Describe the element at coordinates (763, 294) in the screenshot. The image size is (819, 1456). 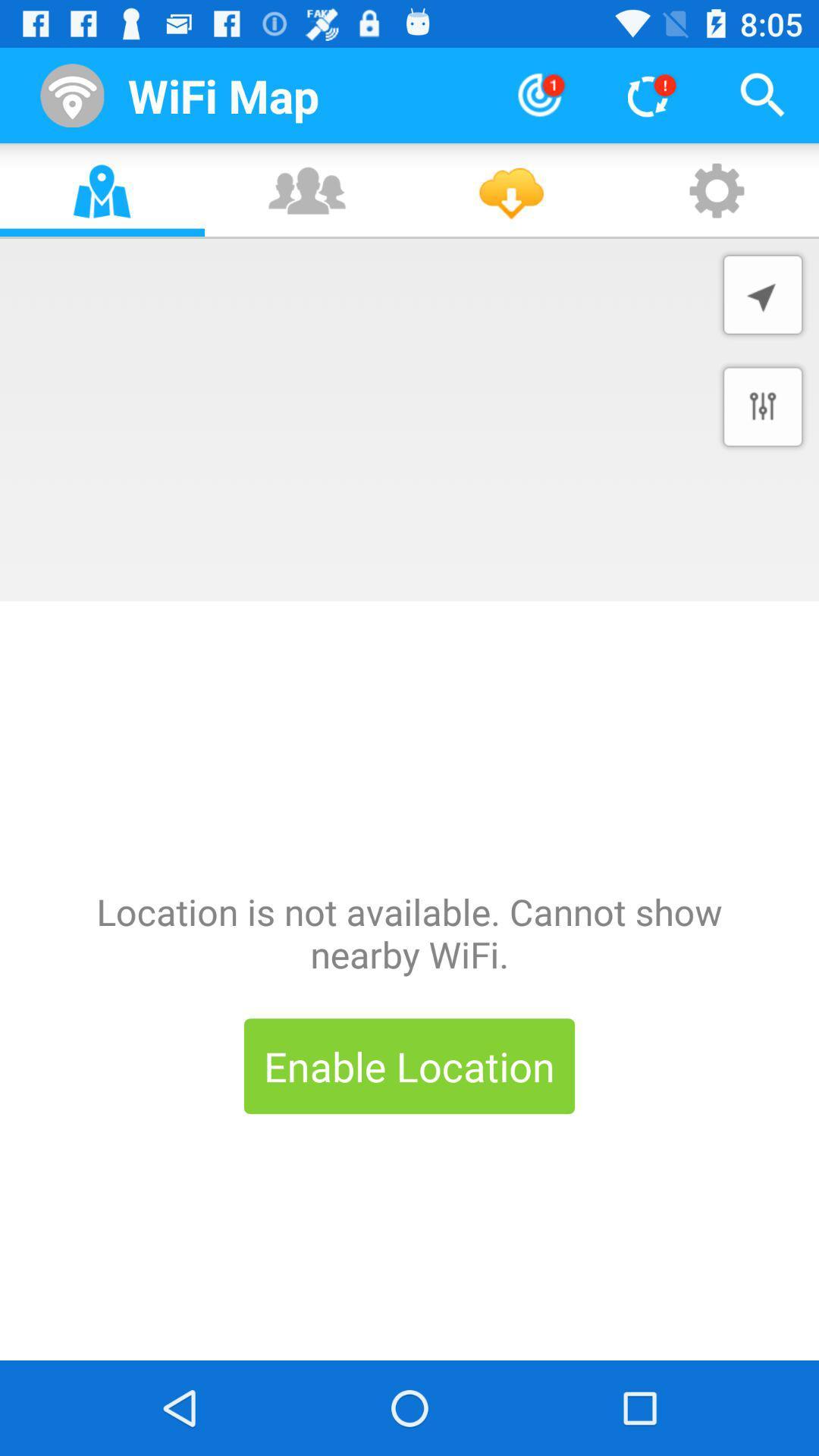
I see `the navigation icon` at that location.